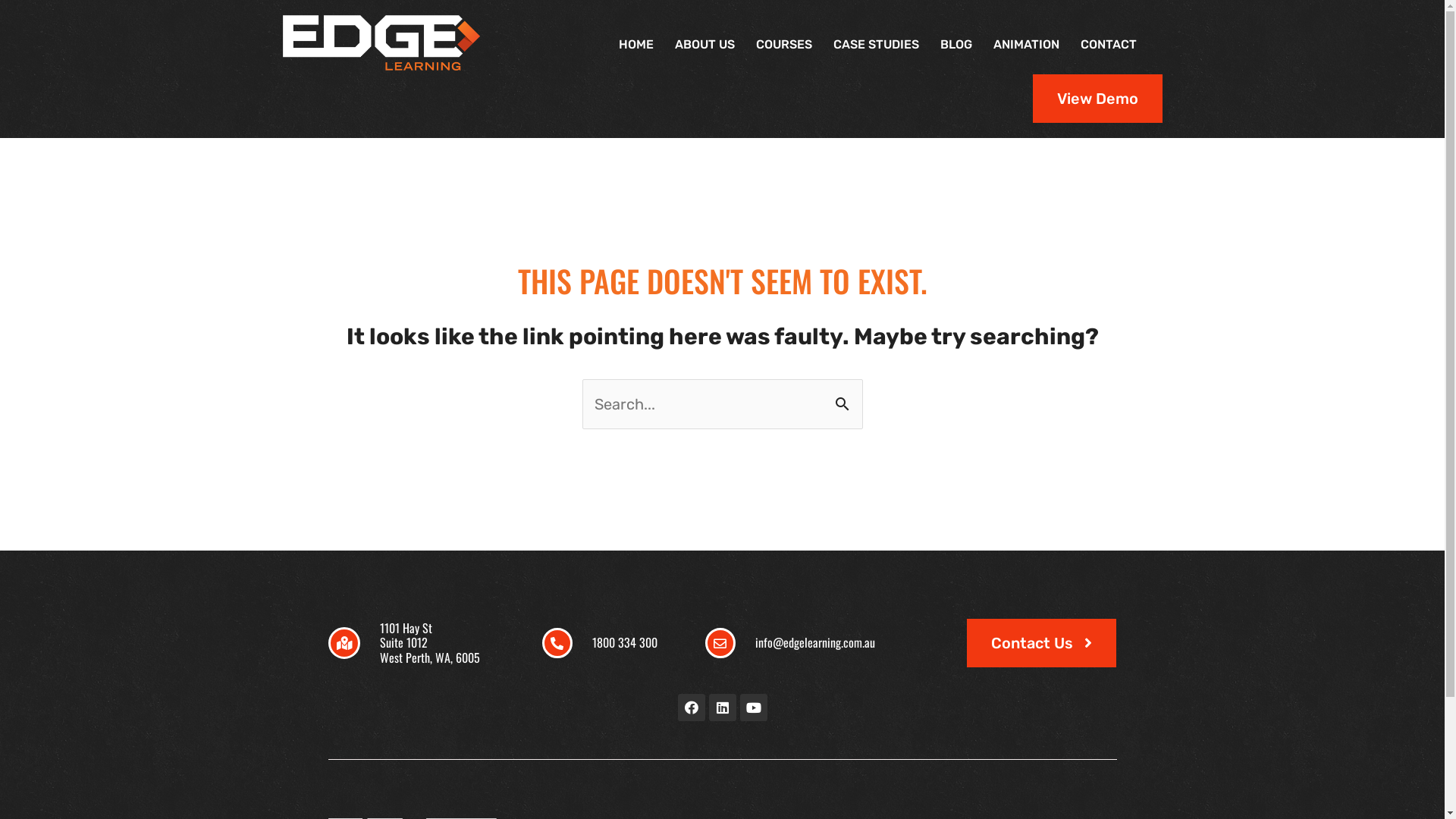 This screenshot has height=819, width=1456. Describe the element at coordinates (814, 642) in the screenshot. I see `'info@edgelearning.com.au'` at that location.